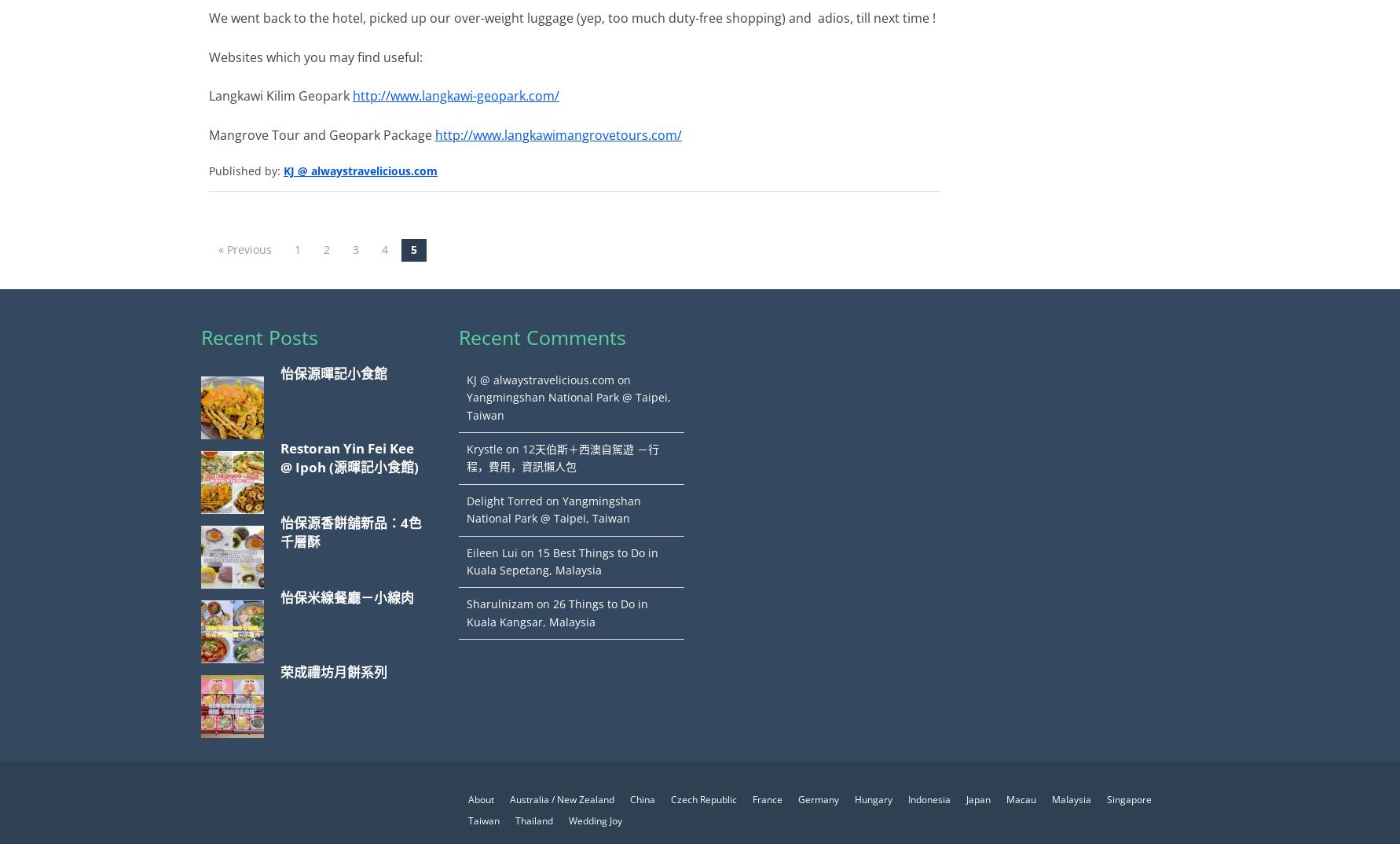 This screenshot has height=844, width=1400. Describe the element at coordinates (316, 56) in the screenshot. I see `'Websites which you may find useful:'` at that location.